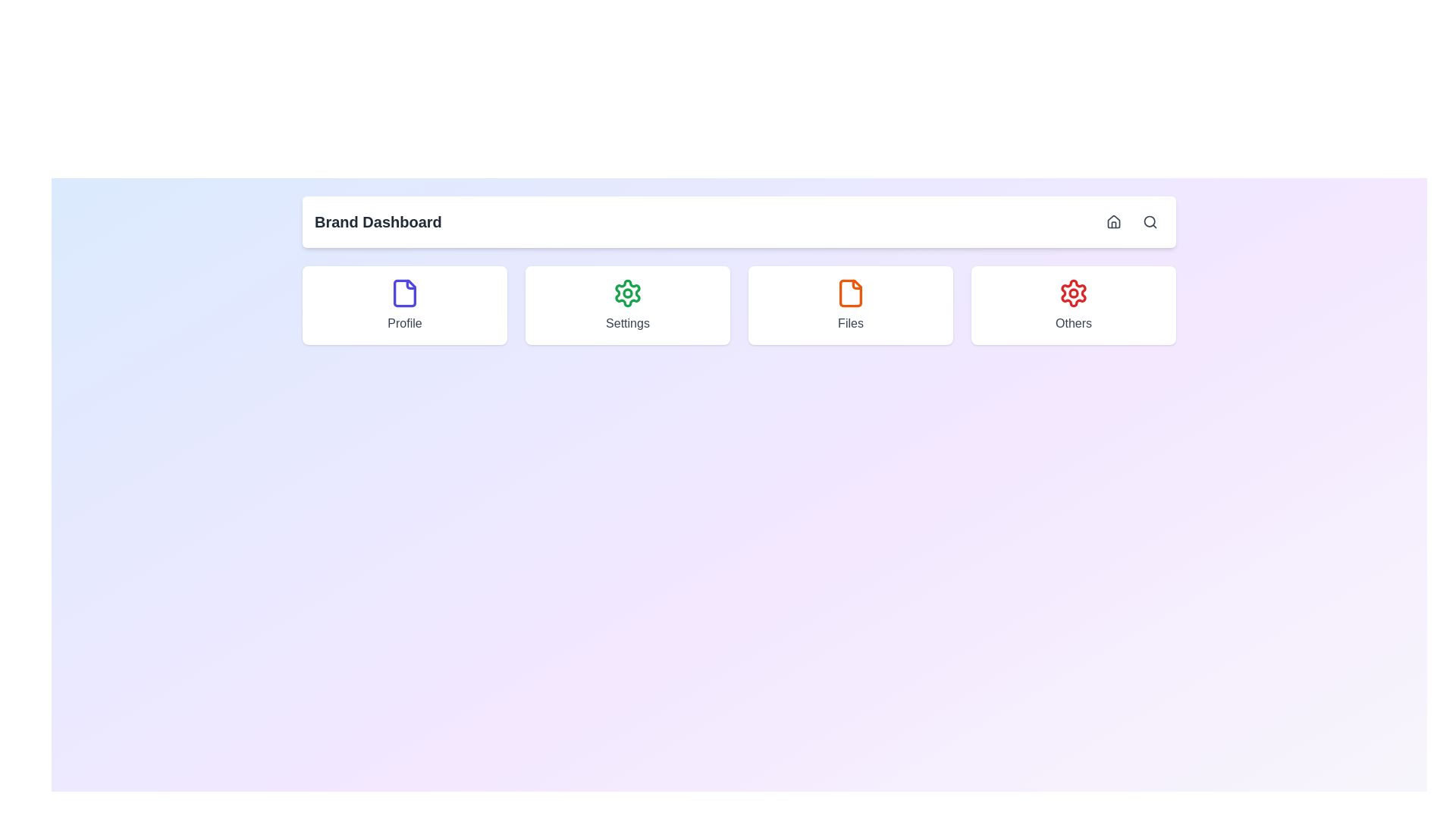  Describe the element at coordinates (851, 323) in the screenshot. I see `the Text label that indicates options related to files, positioned beneath the file icon in the third card of the grid` at that location.